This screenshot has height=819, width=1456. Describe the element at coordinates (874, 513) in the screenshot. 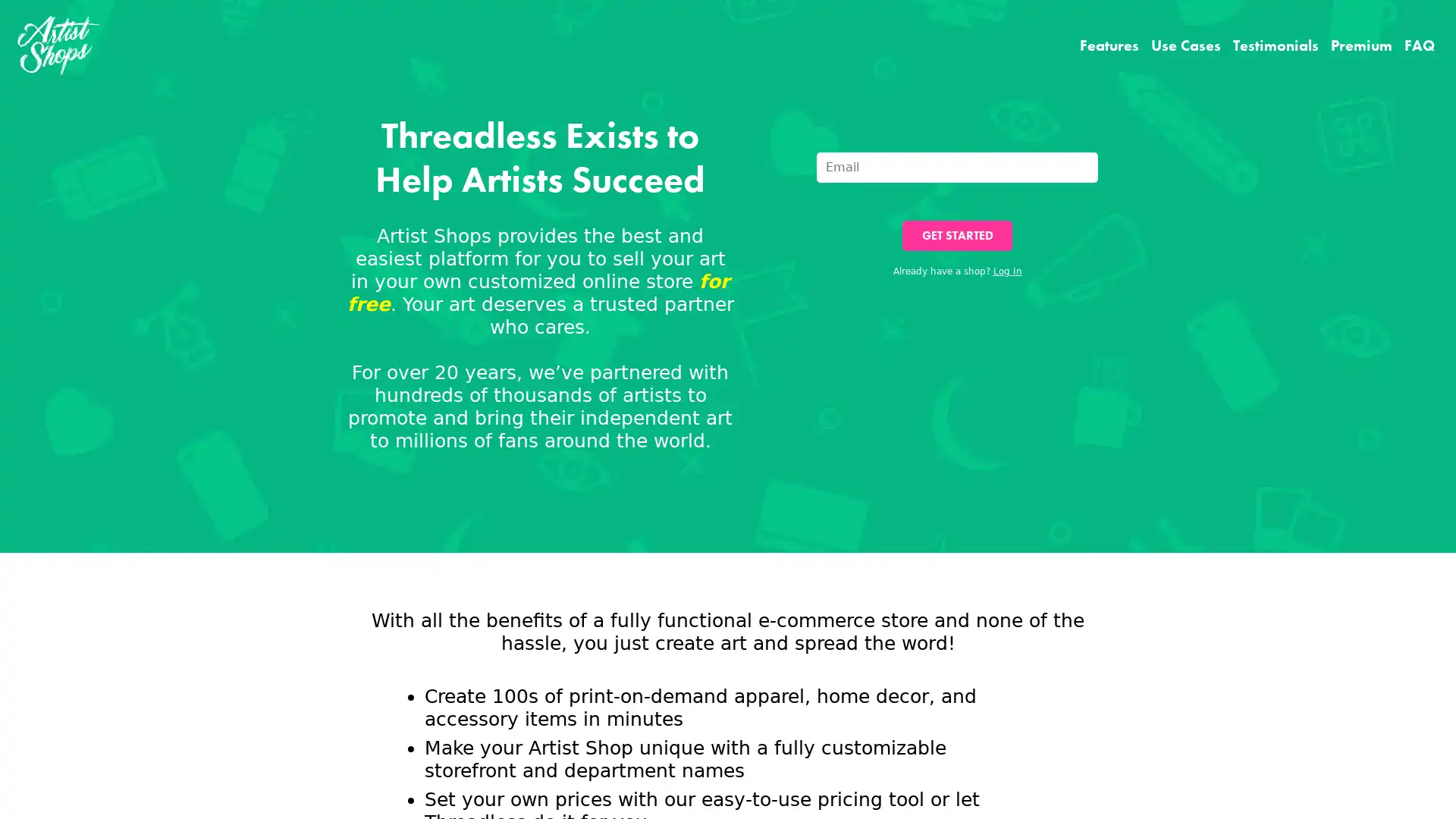

I see `Create my shop!` at that location.